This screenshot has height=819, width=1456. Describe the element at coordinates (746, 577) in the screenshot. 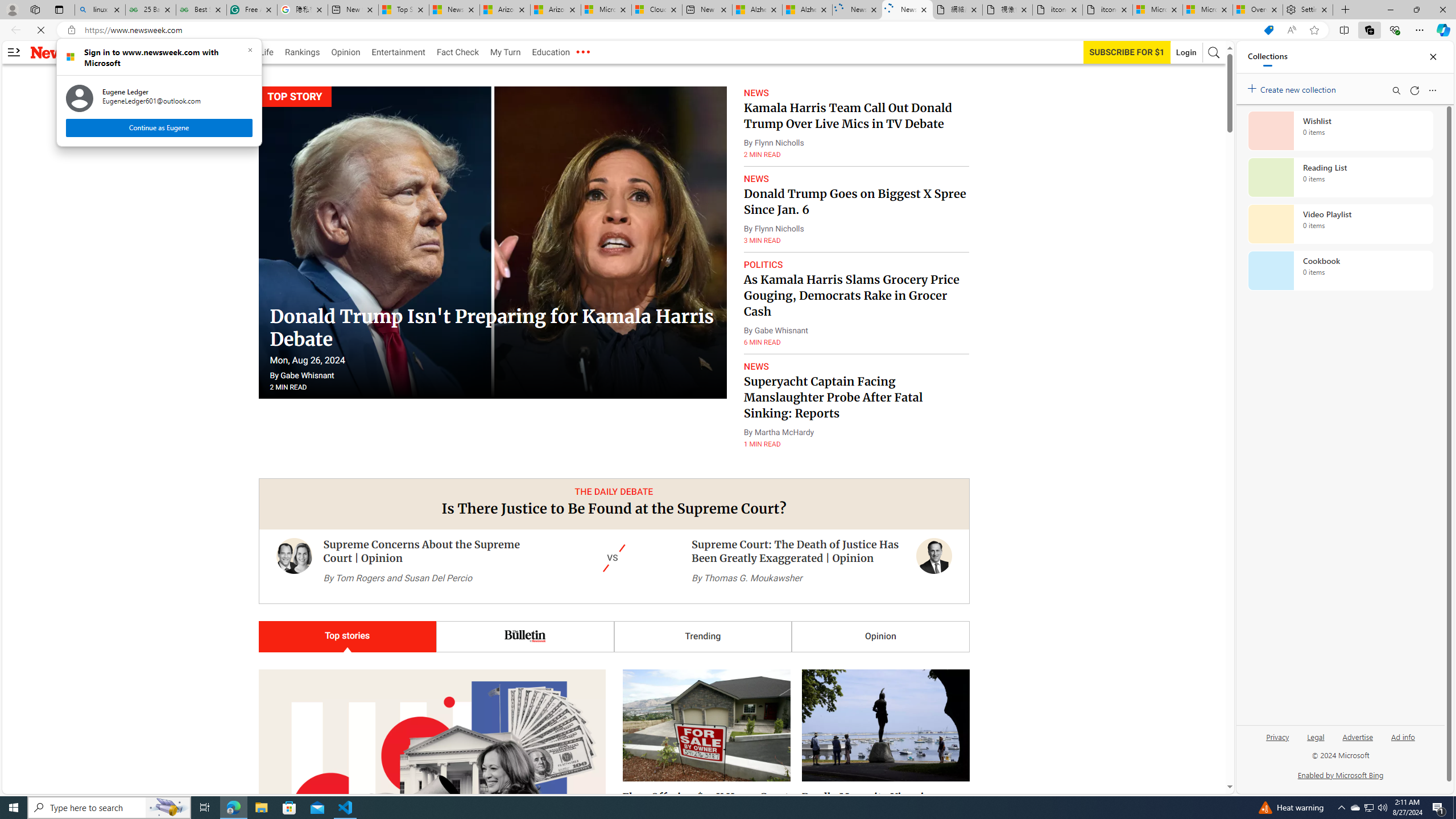

I see `'By Thomas G. Moukawsher'` at that location.